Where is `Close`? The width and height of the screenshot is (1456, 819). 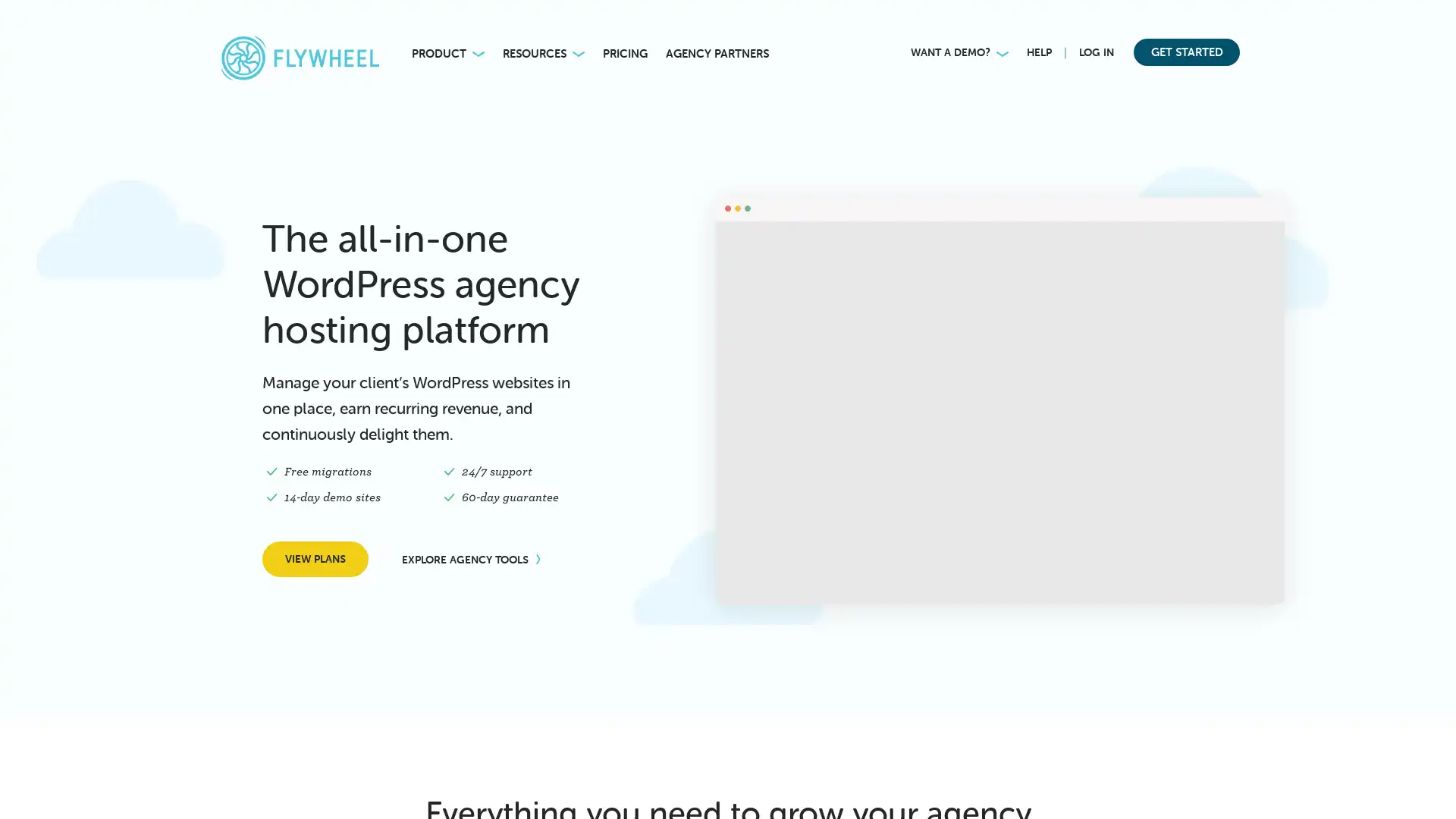
Close is located at coordinates (365, 620).